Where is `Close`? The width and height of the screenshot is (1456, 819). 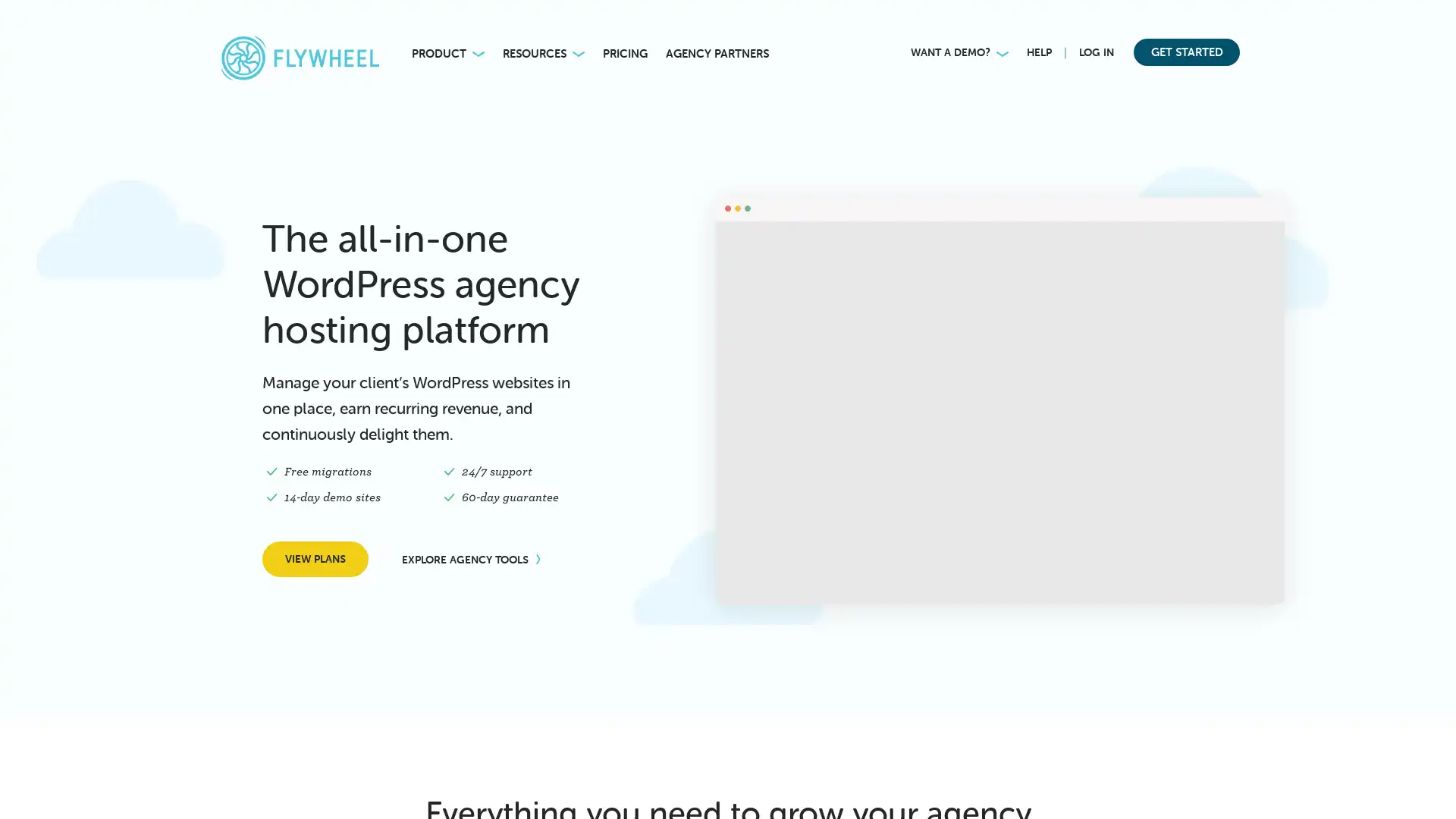
Close is located at coordinates (365, 620).